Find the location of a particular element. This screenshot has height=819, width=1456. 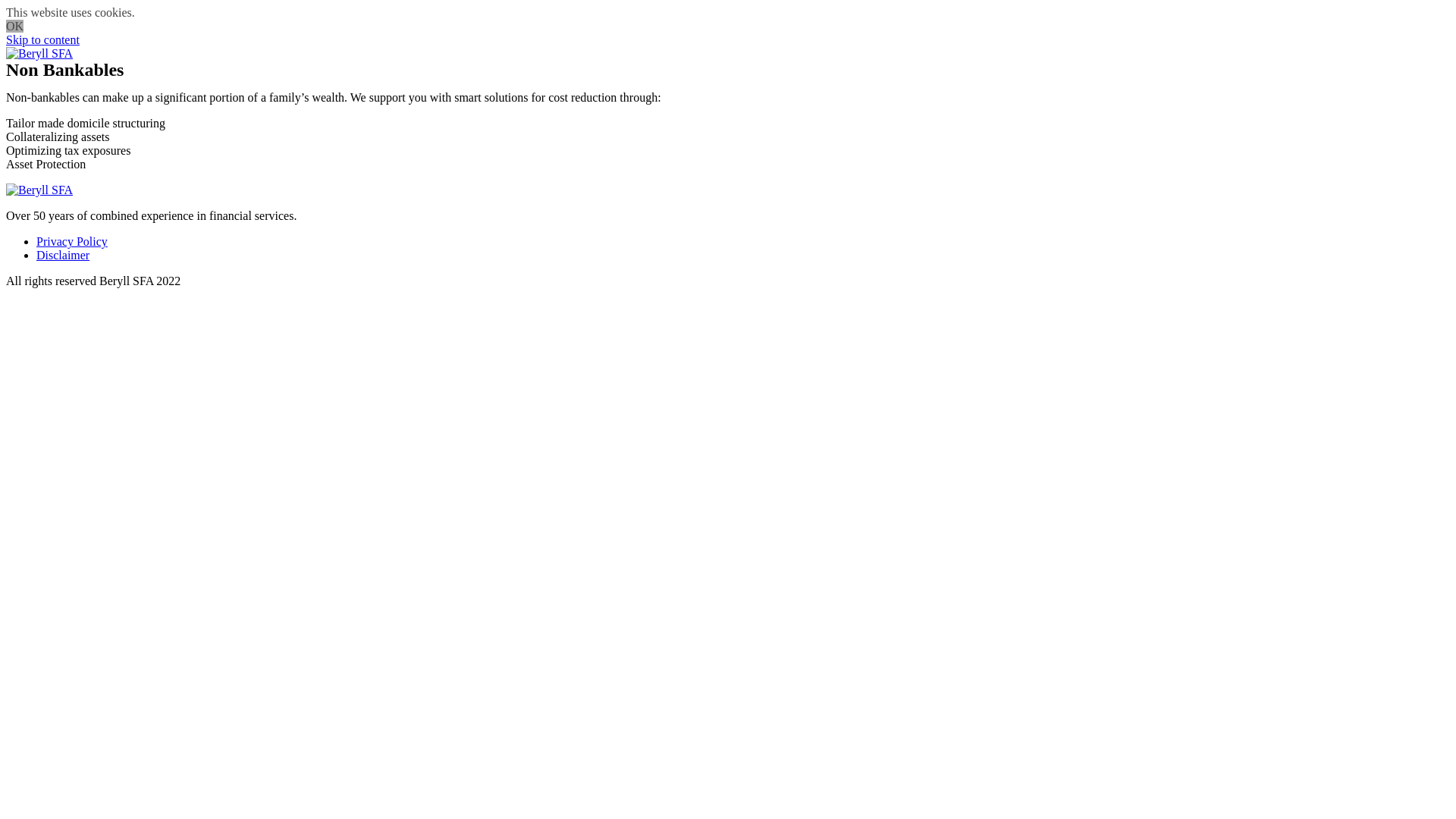

'Privacy Policy' is located at coordinates (71, 240).